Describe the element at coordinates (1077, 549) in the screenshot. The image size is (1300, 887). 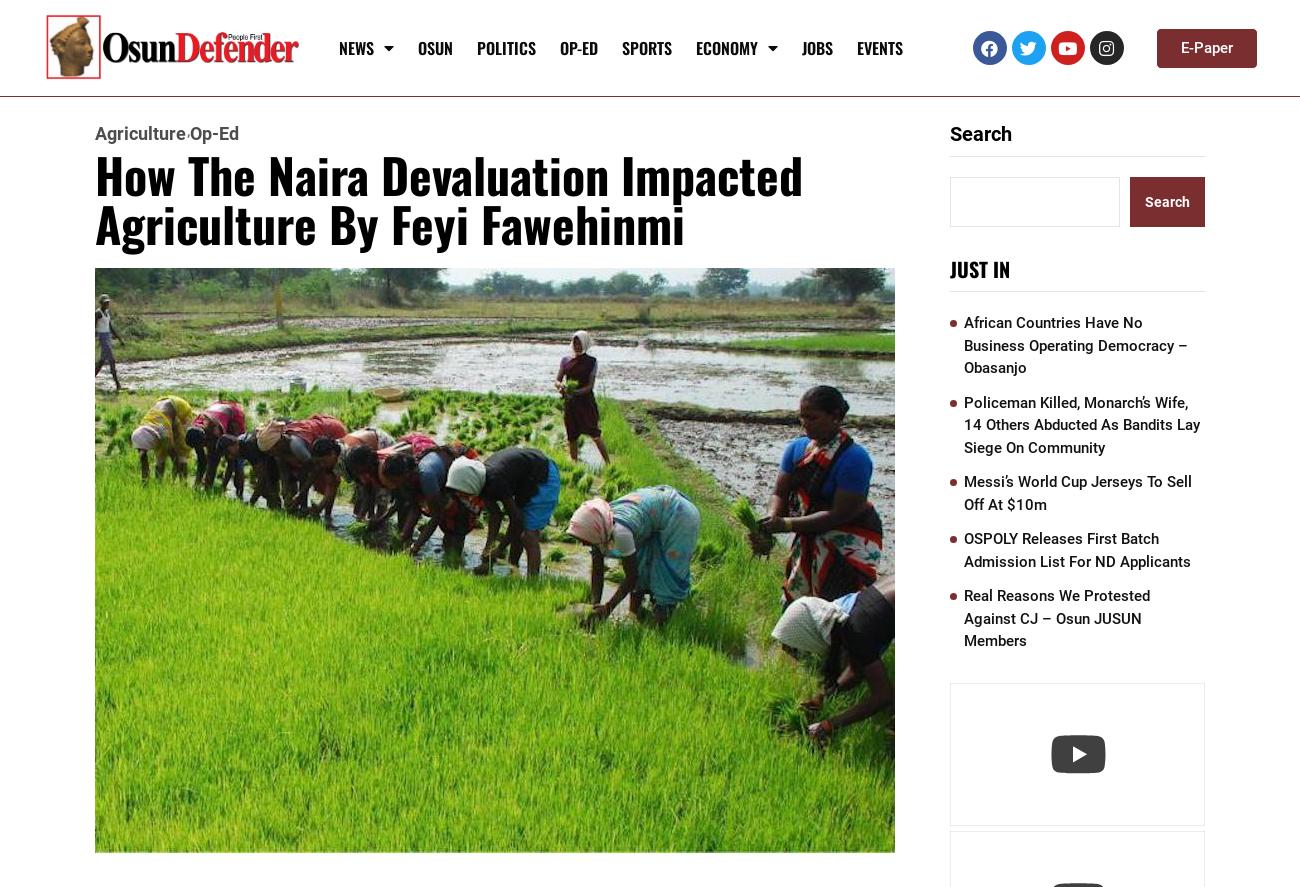
I see `'OSPOLY Releases First Batch Admission List For ND Applicants'` at that location.